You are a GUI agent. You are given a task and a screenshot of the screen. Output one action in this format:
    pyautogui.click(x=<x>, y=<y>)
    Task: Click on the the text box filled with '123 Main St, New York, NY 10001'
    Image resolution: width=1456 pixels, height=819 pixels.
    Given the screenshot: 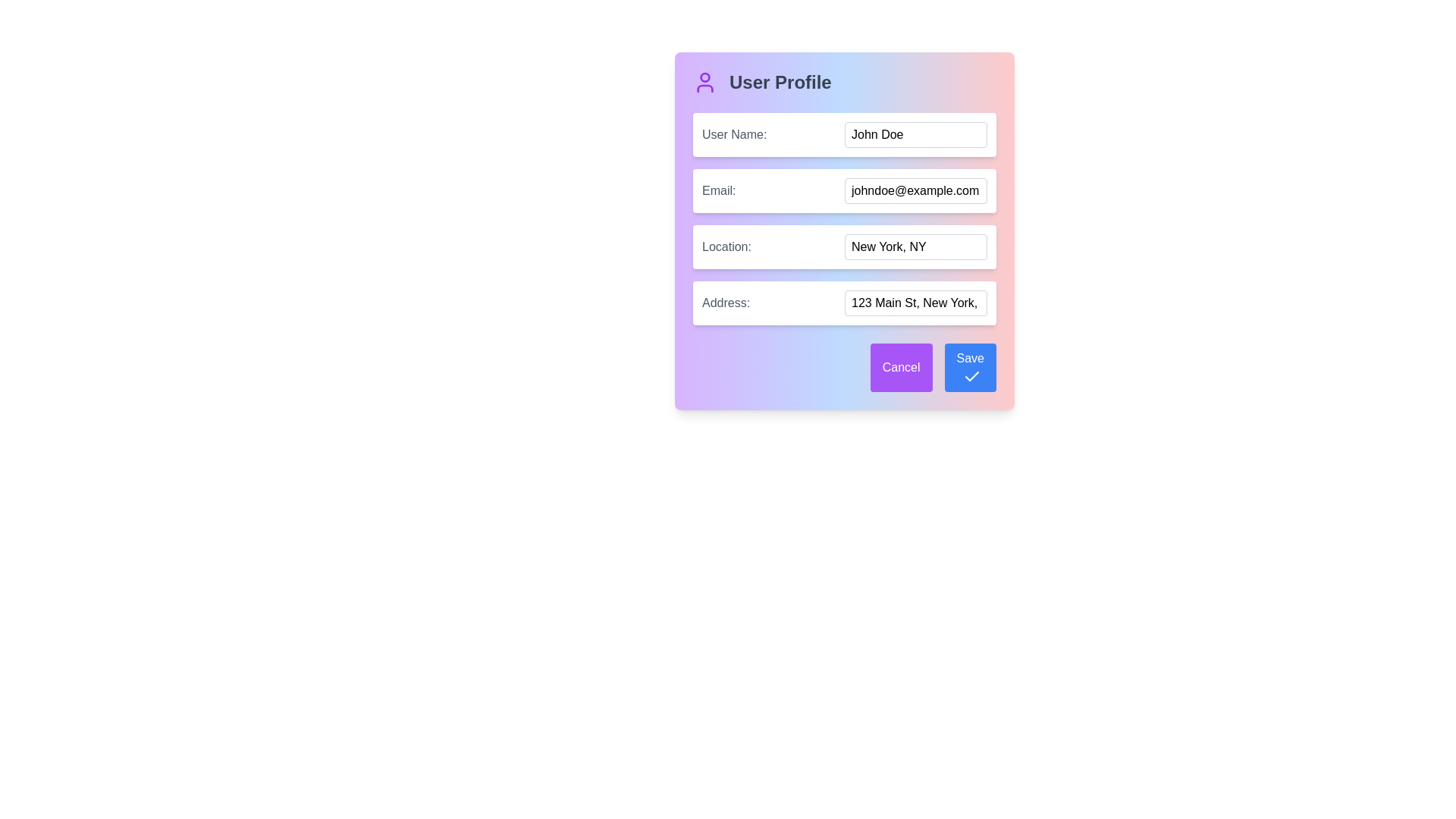 What is the action you would take?
    pyautogui.click(x=843, y=303)
    